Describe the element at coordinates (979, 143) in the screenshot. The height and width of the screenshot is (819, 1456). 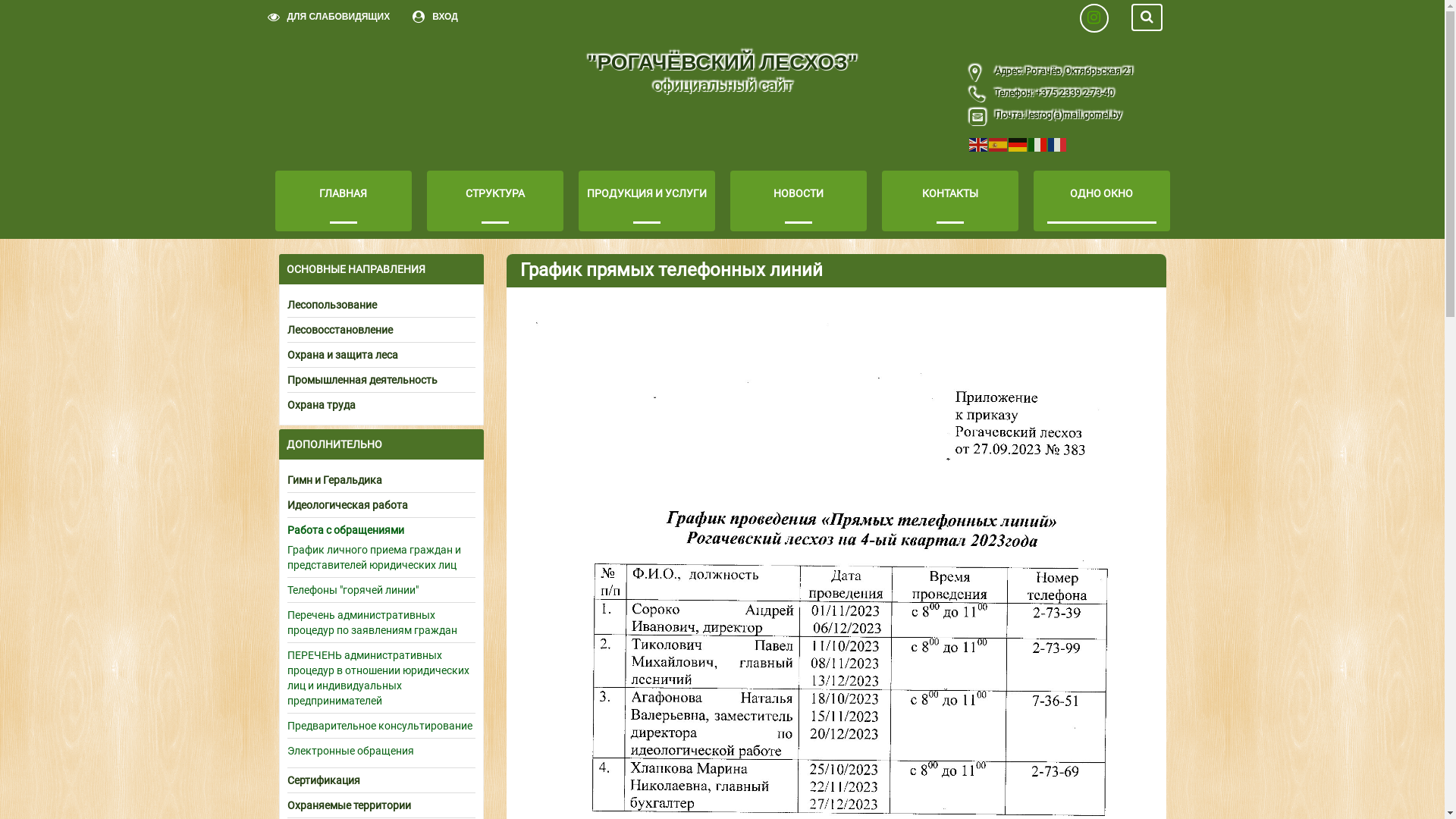
I see `'English'` at that location.